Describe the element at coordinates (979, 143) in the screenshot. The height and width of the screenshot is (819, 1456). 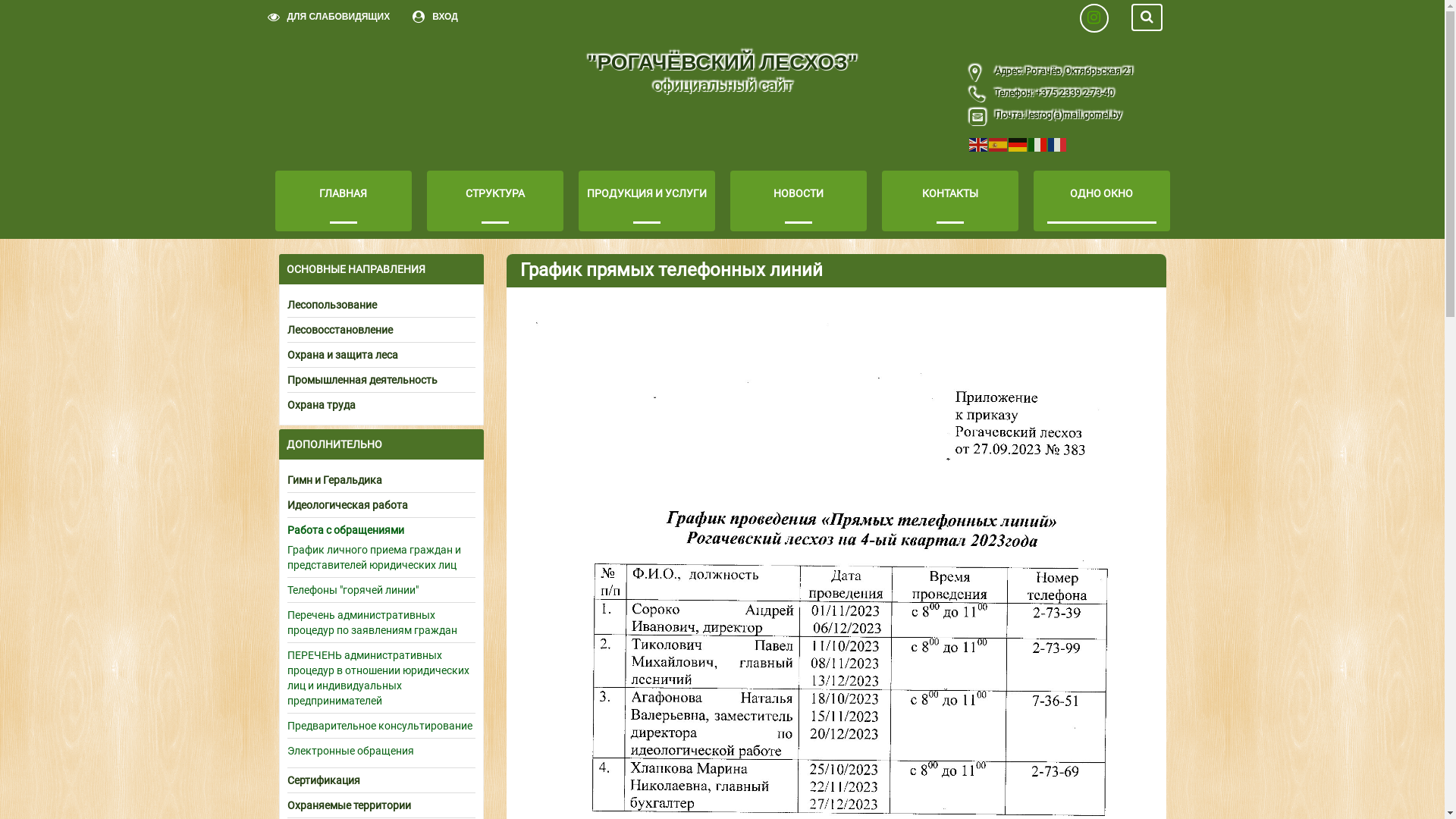
I see `'English'` at that location.